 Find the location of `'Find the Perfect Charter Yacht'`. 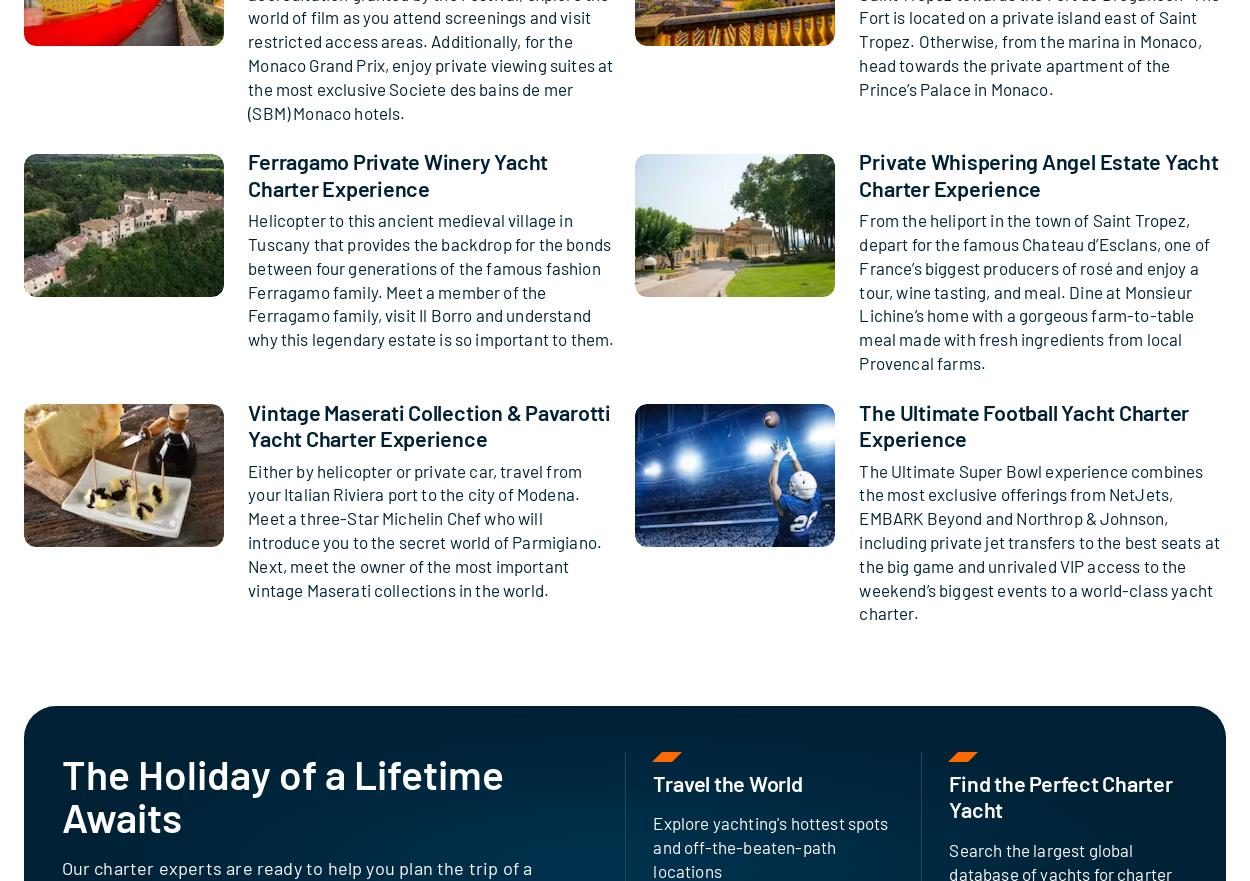

'Find the Perfect Charter Yacht' is located at coordinates (1060, 795).